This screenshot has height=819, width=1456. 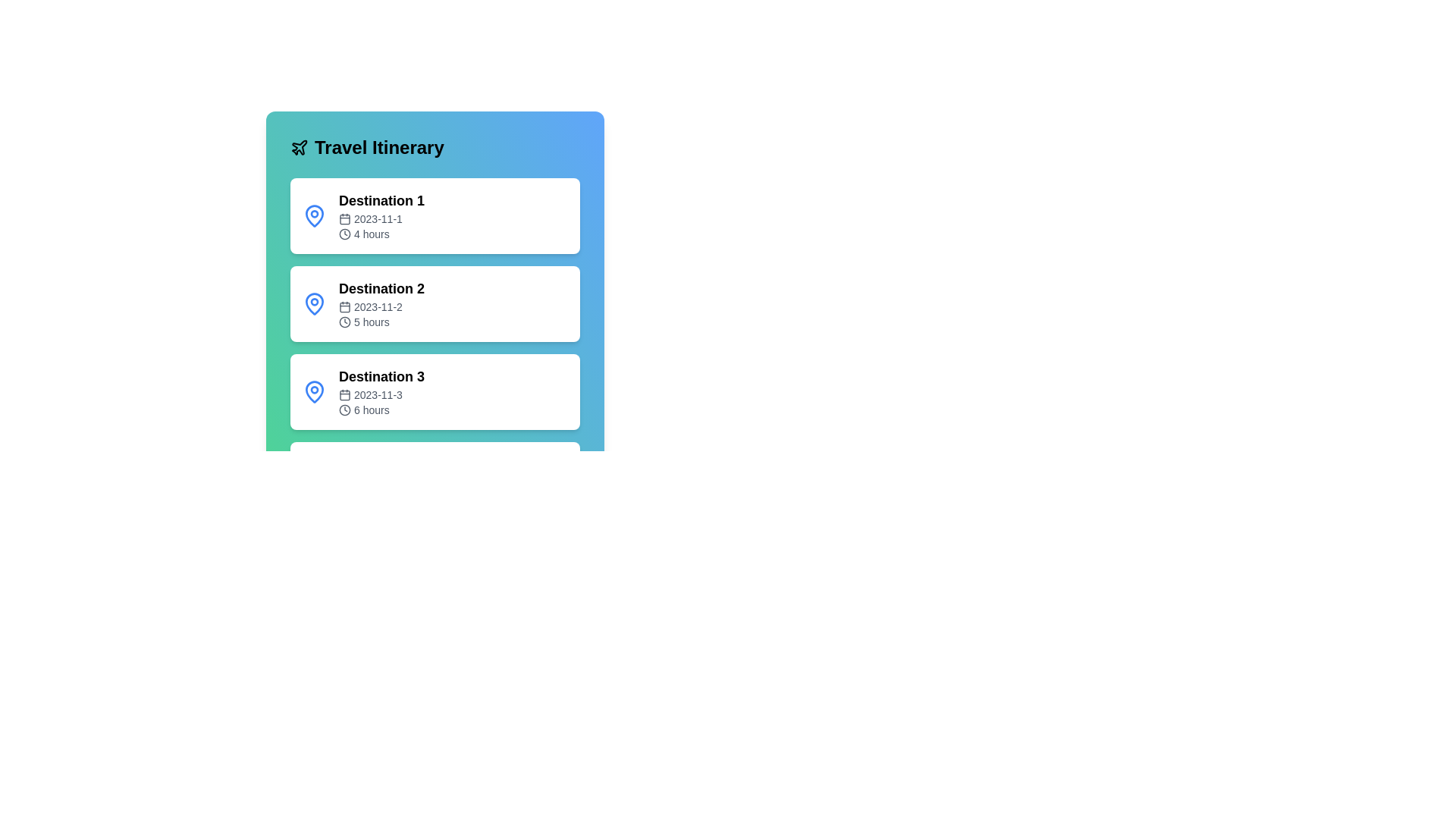 What do you see at coordinates (344, 321) in the screenshot?
I see `the circular clock icon, which is positioned to the left of the text '5 hours' under 'Destination 2'` at bounding box center [344, 321].